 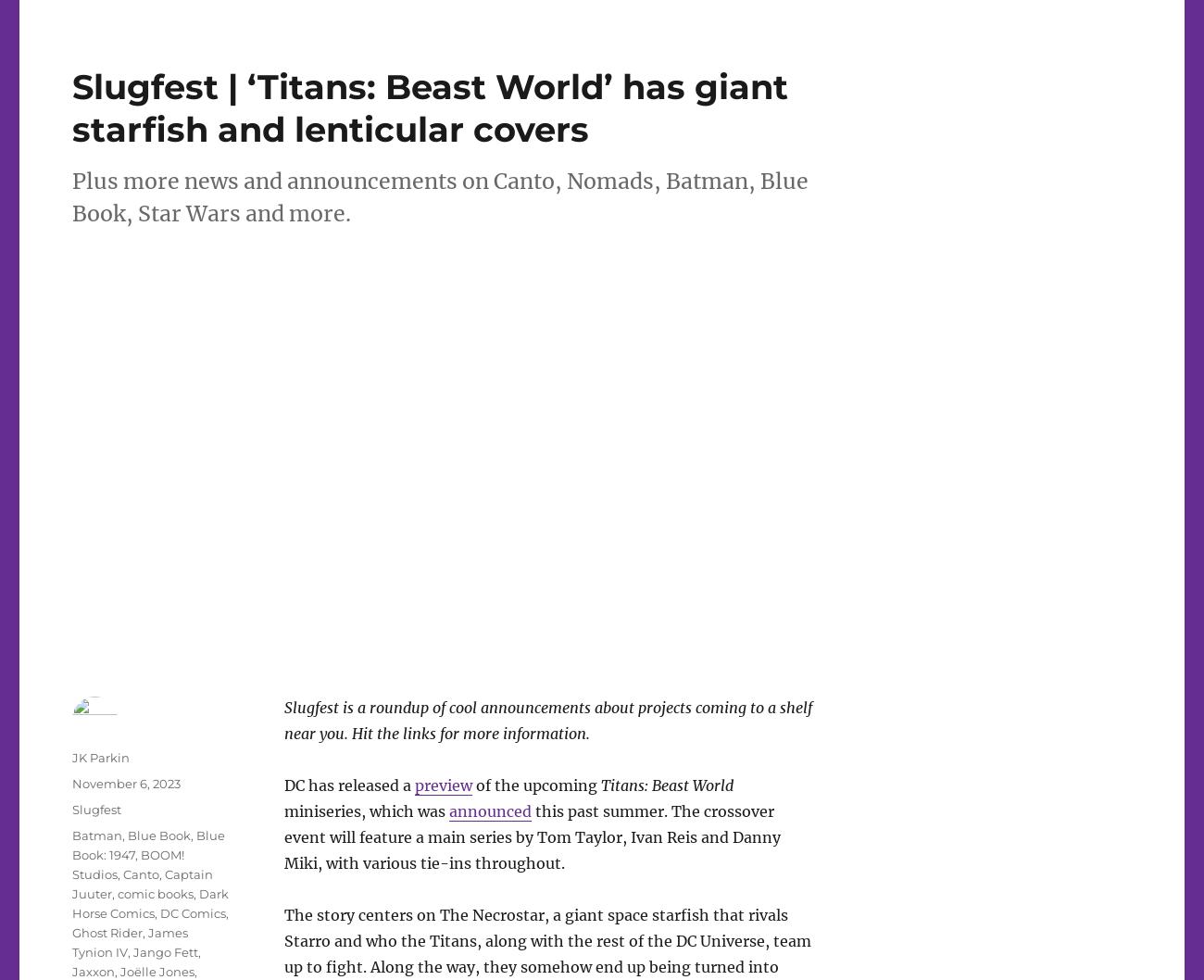 What do you see at coordinates (158, 836) in the screenshot?
I see `'Blue Book'` at bounding box center [158, 836].